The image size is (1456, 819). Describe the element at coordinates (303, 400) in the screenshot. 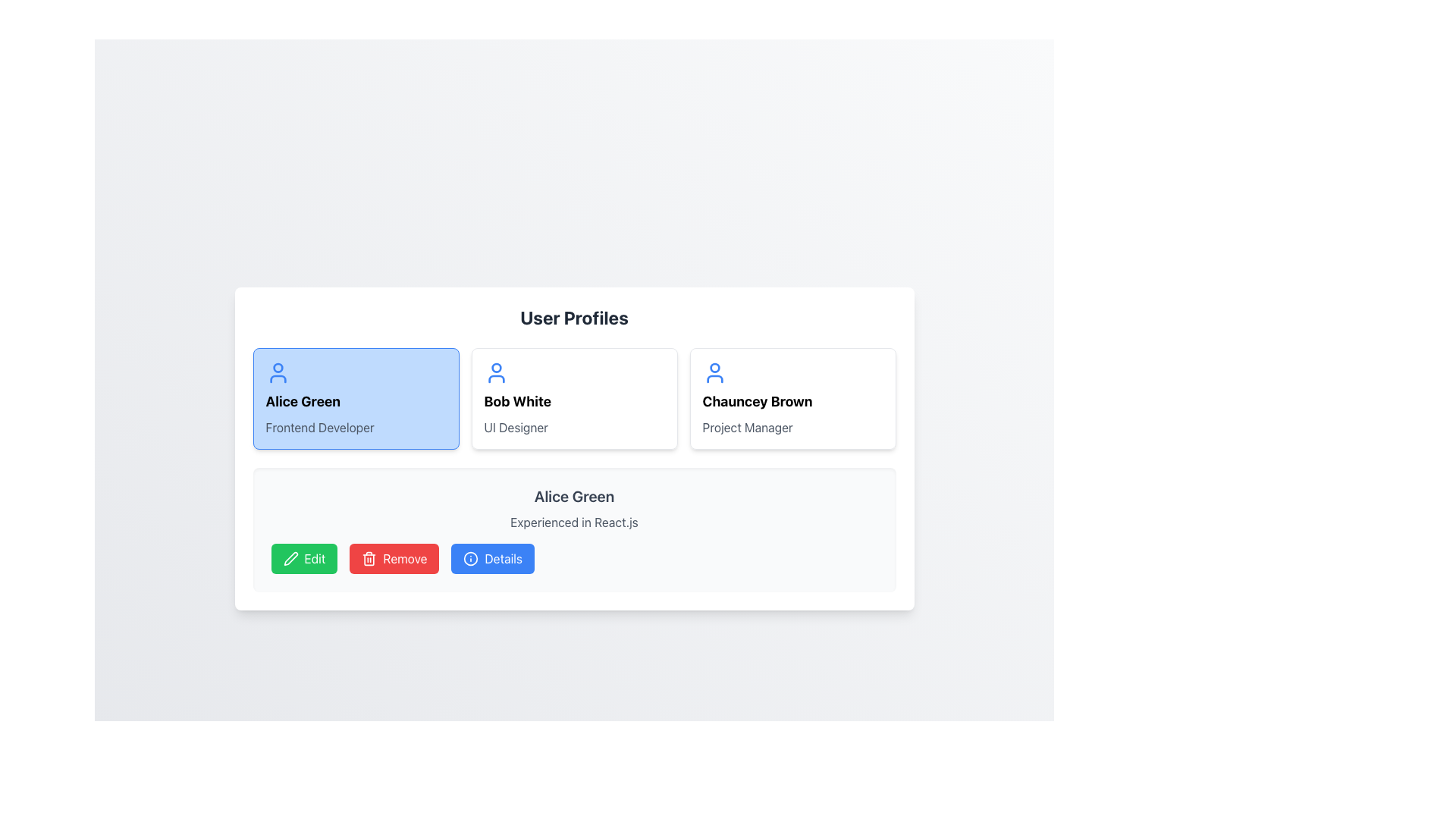

I see `the text label 'Alice Green' which is styled in bold and slightly larger font located in the first user profile card, below the profile picture icon and above the description text 'Frontend Developer'` at that location.